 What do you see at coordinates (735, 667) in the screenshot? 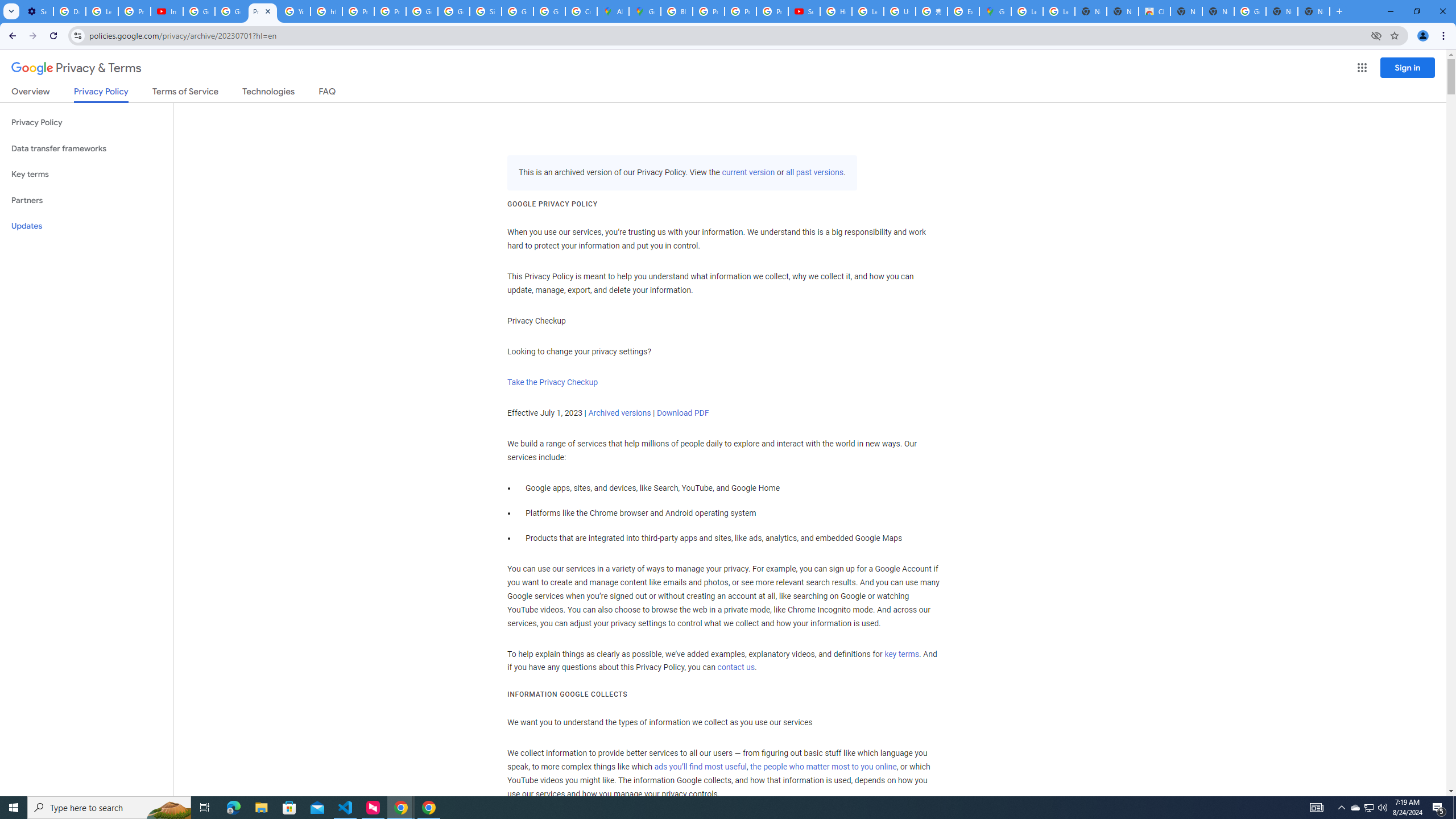
I see `'contact us'` at bounding box center [735, 667].